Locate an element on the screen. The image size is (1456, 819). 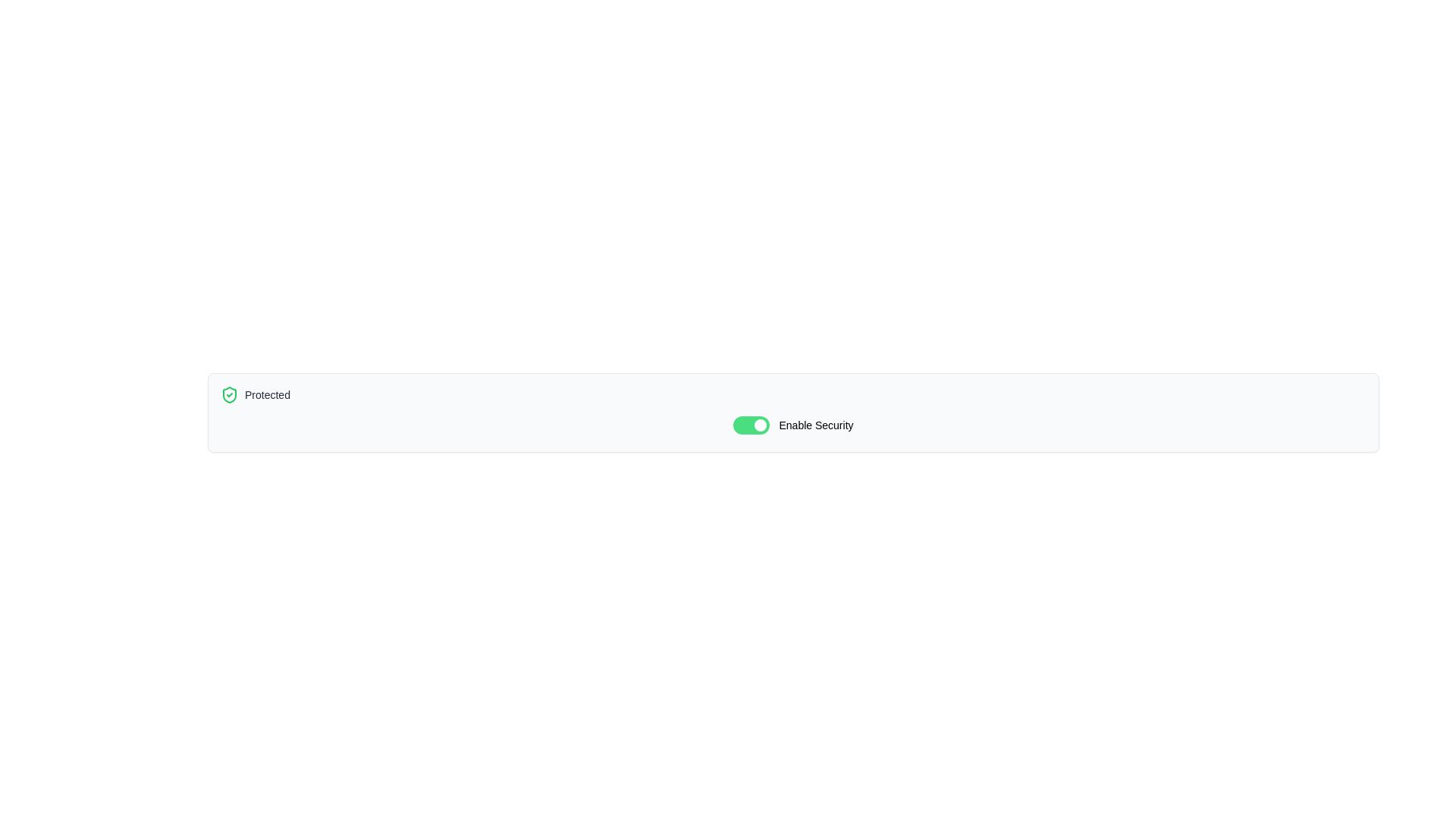
text label that displays 'Protected', located adjacent to a green shield icon in the upper left section of the interface is located at coordinates (267, 394).